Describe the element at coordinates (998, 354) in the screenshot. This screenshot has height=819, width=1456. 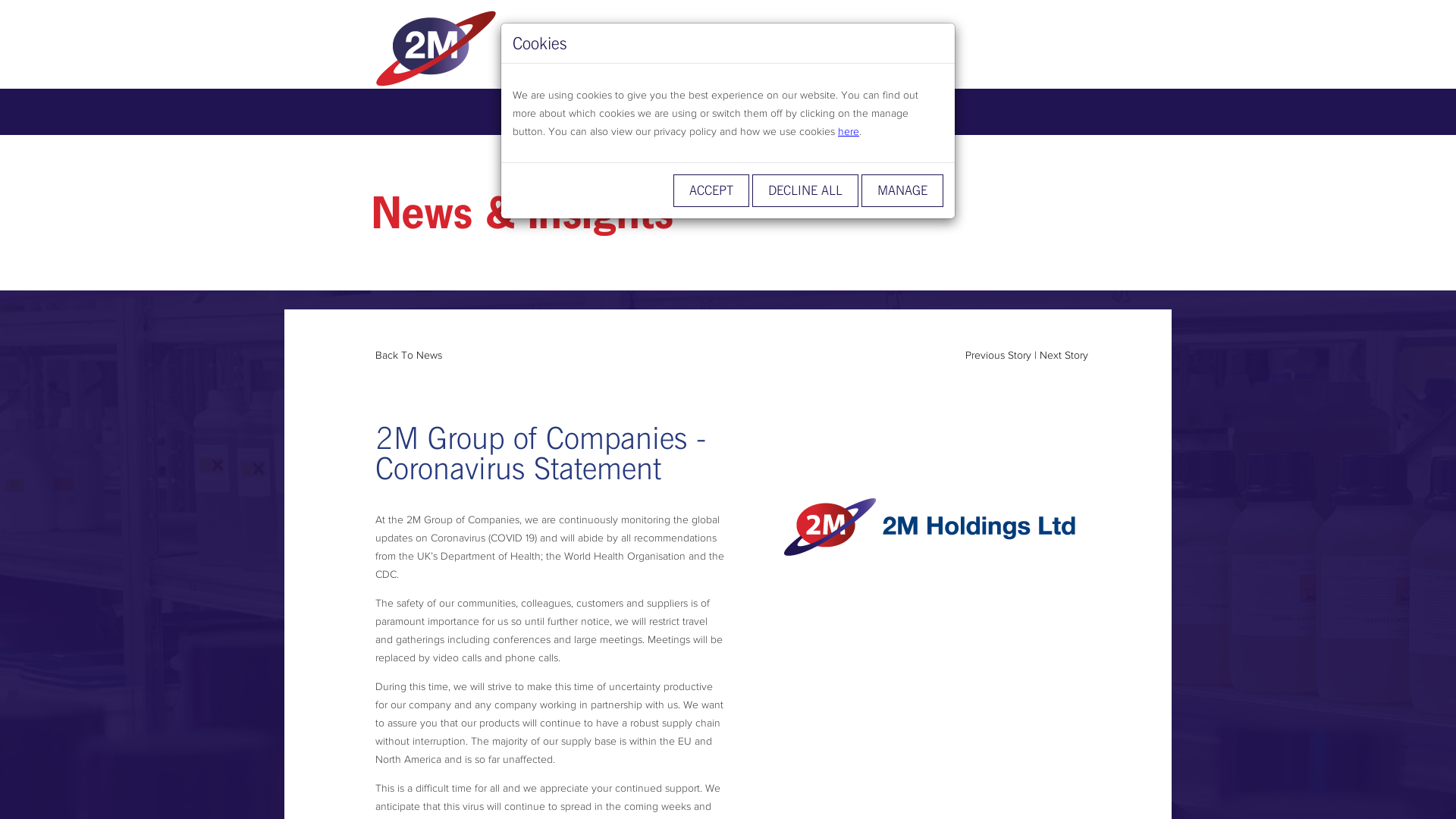
I see `'Previous Story'` at that location.